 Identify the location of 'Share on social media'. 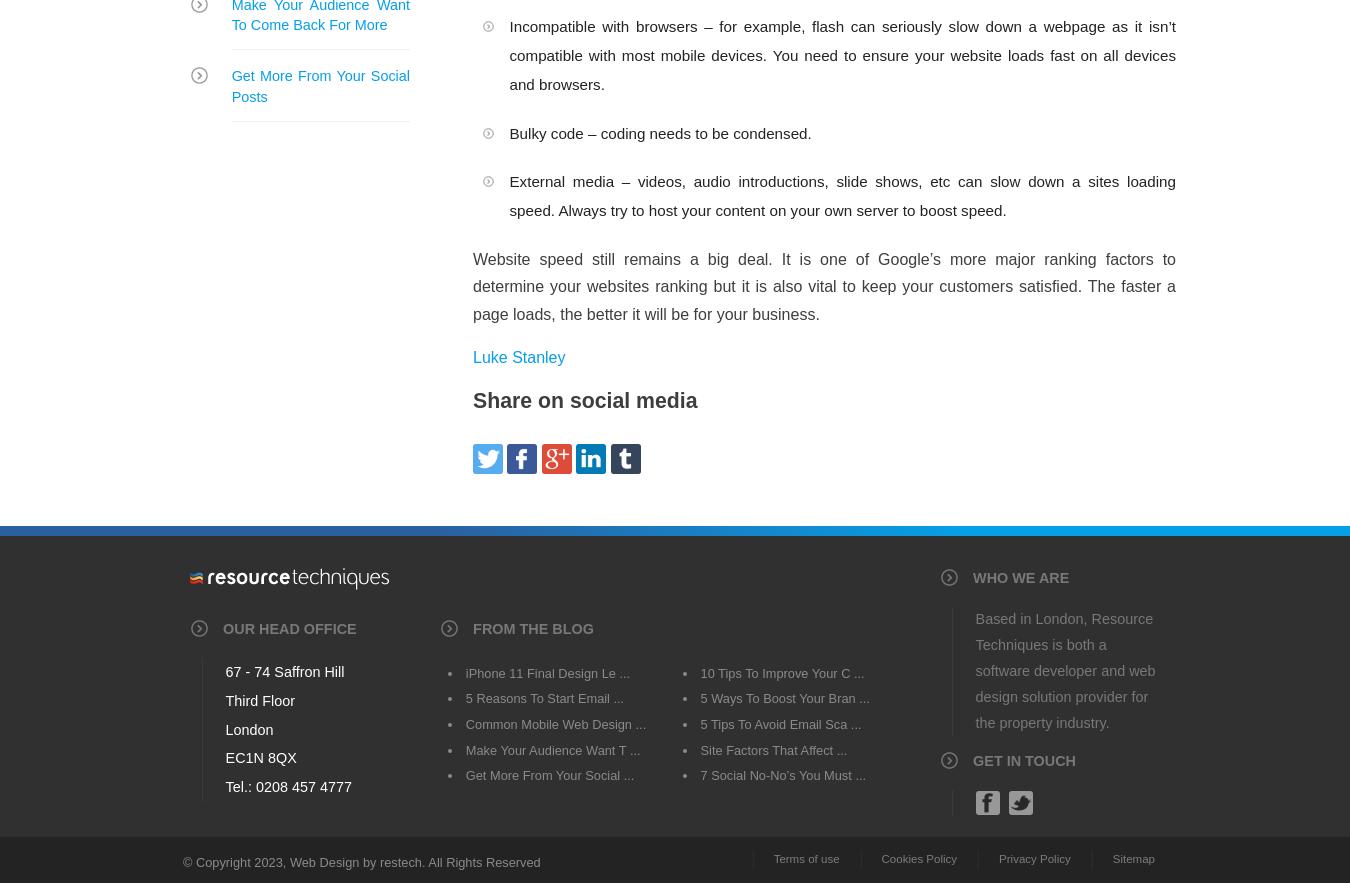
(584, 398).